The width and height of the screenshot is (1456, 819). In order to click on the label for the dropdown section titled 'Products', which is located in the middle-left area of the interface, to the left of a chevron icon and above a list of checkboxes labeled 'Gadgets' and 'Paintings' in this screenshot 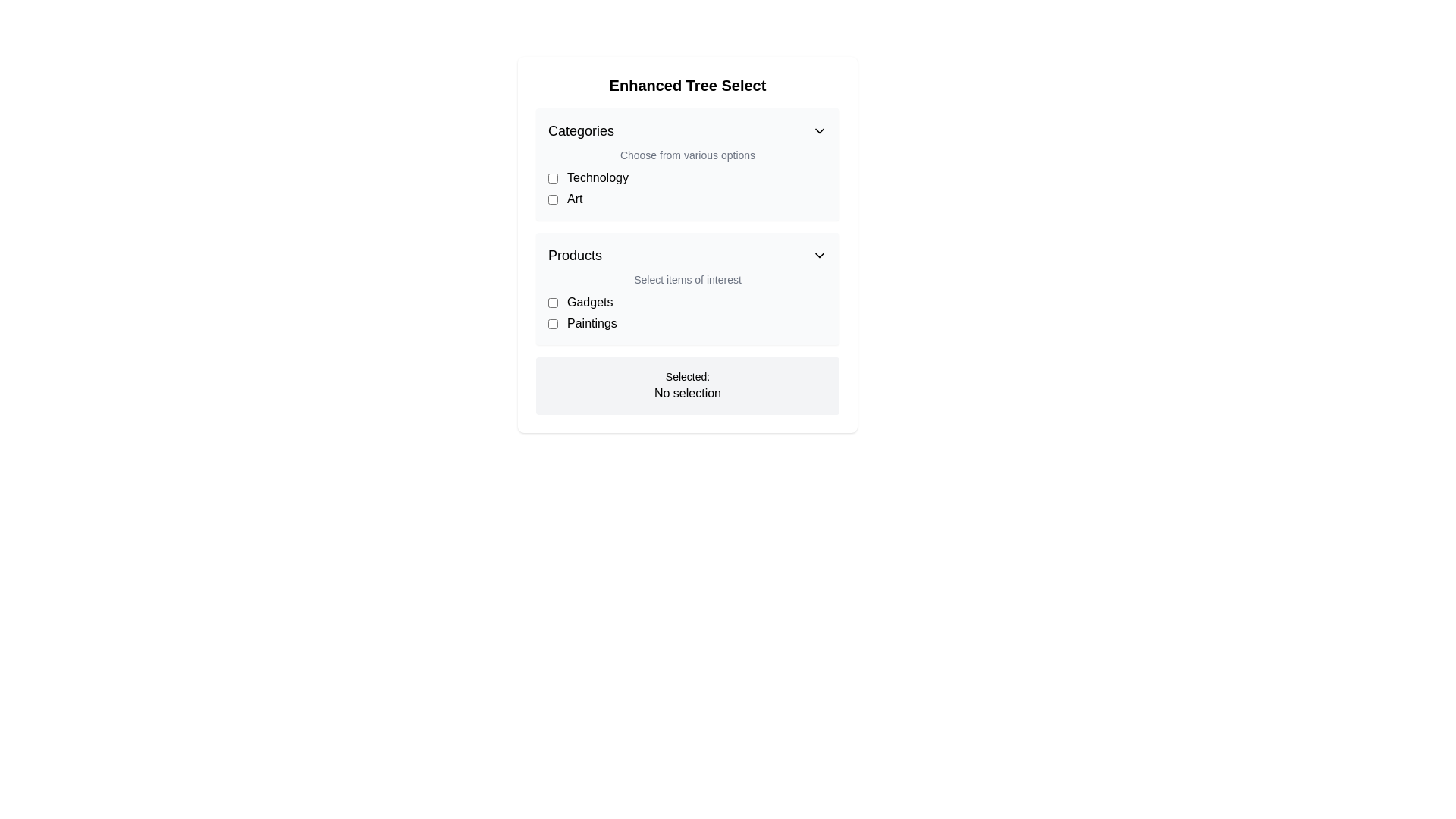, I will do `click(574, 254)`.